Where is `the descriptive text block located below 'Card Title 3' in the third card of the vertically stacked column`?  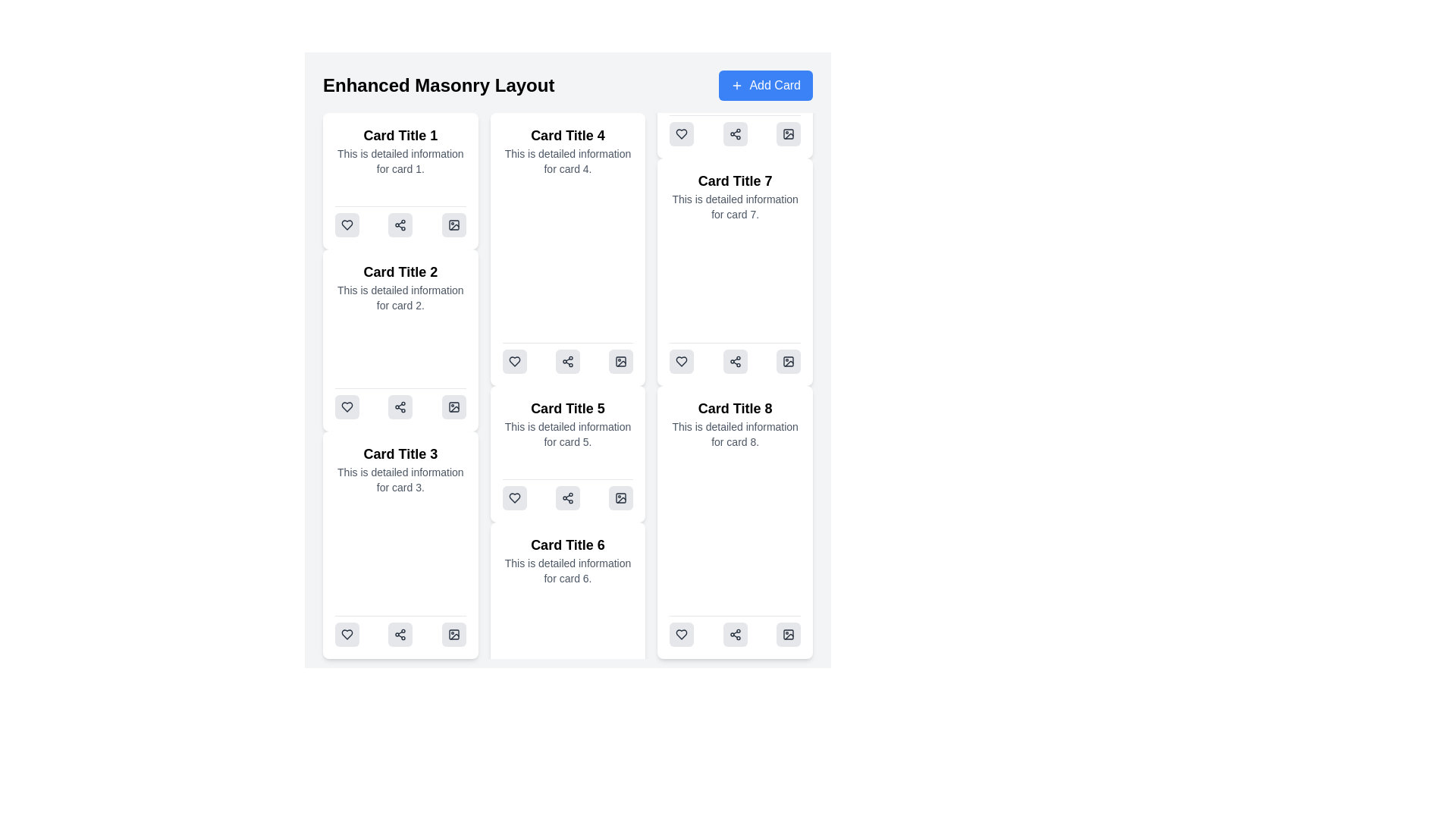
the descriptive text block located below 'Card Title 3' in the third card of the vertically stacked column is located at coordinates (400, 479).